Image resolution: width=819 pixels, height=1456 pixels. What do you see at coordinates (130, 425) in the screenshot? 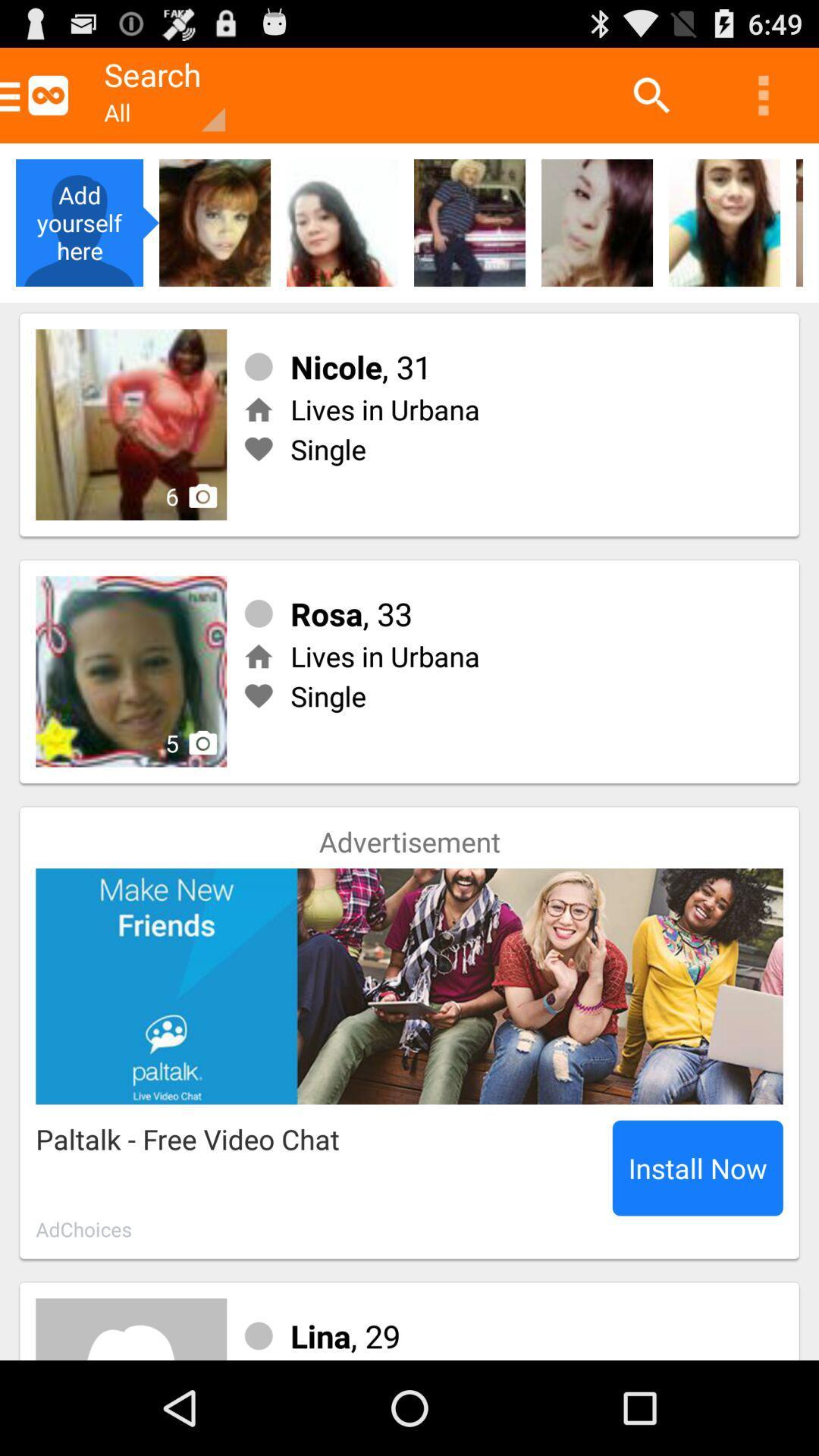
I see `the image left to nicole 31` at bounding box center [130, 425].